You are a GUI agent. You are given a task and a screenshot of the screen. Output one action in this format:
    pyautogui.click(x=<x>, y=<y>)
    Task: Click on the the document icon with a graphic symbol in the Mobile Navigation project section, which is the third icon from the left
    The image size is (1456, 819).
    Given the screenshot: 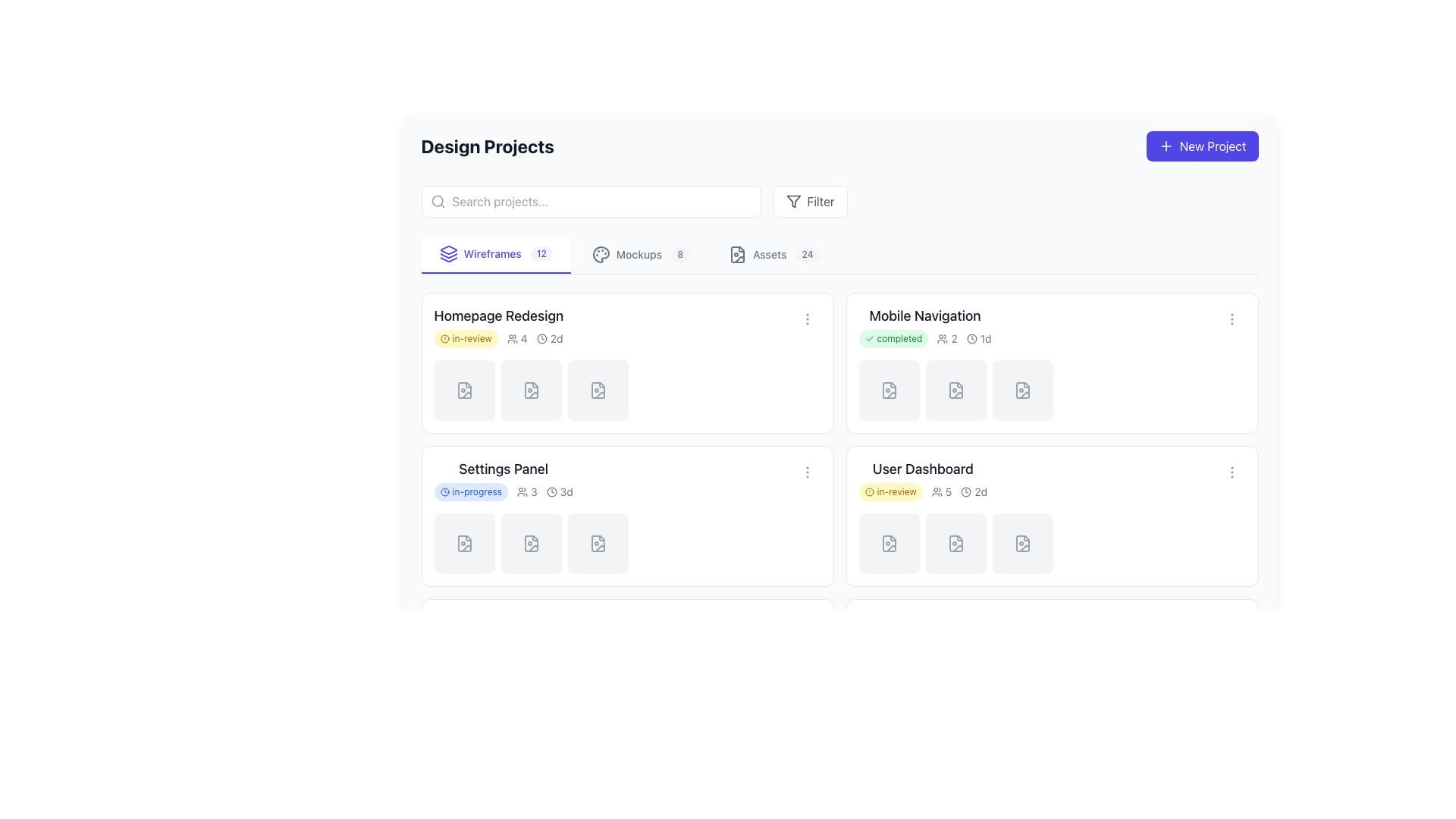 What is the action you would take?
    pyautogui.click(x=955, y=390)
    